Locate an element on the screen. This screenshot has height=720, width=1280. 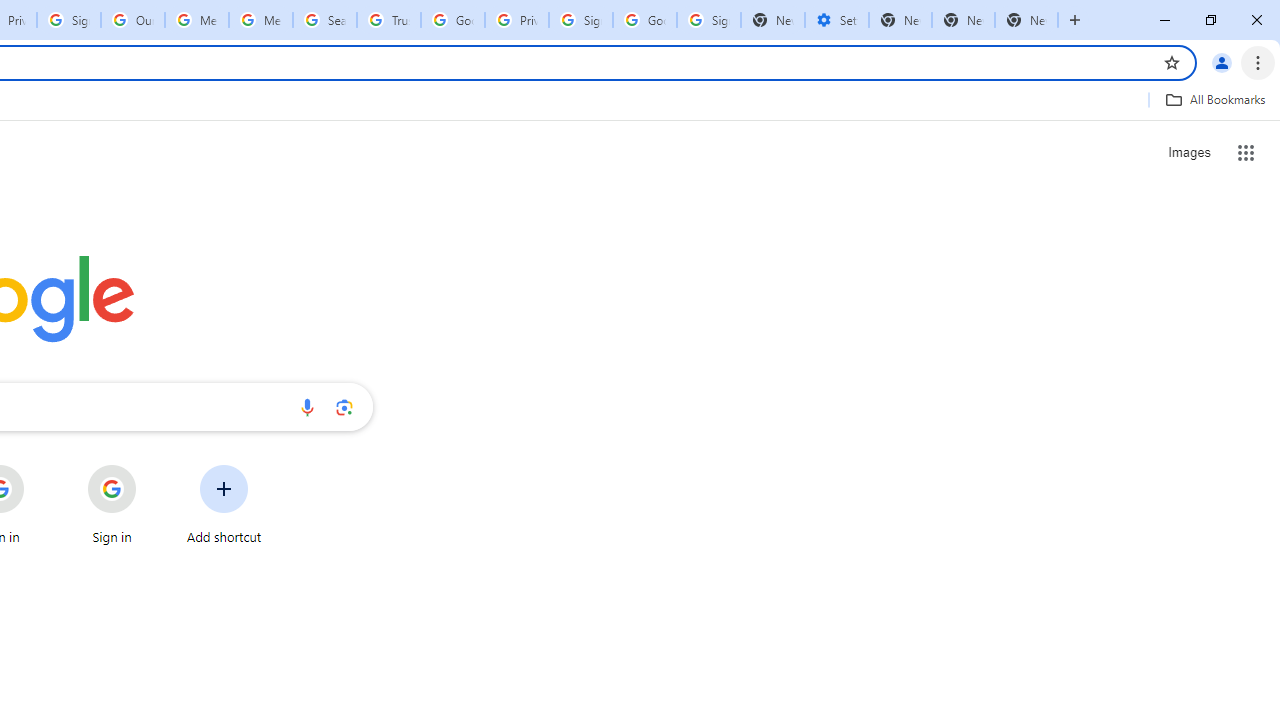
'Minimize' is located at coordinates (1165, 20).